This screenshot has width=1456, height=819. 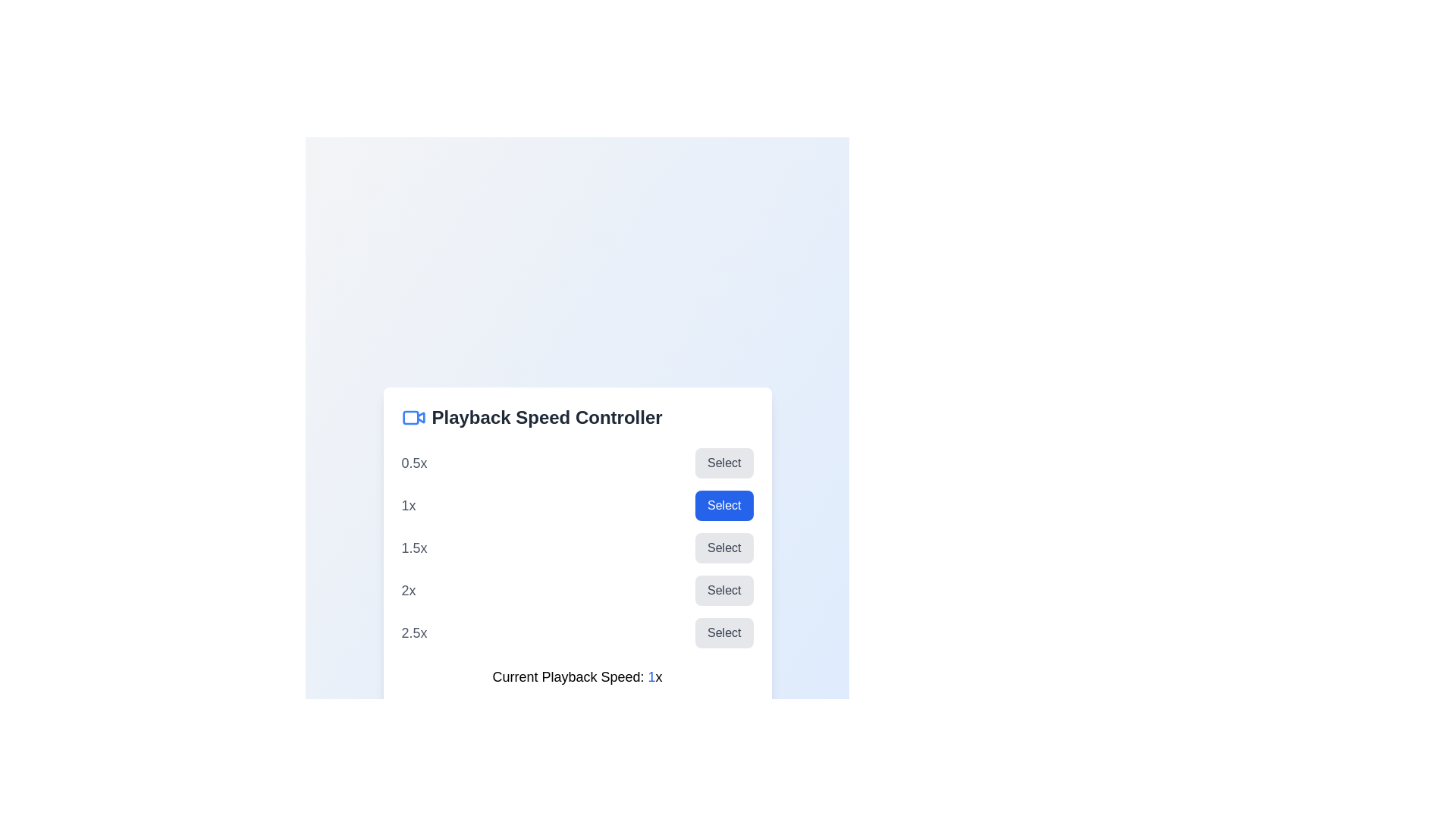 What do you see at coordinates (414, 462) in the screenshot?
I see `the text label indicating a playback speed option of '0.5x' located under the 'Playback Speed Controller' header` at bounding box center [414, 462].